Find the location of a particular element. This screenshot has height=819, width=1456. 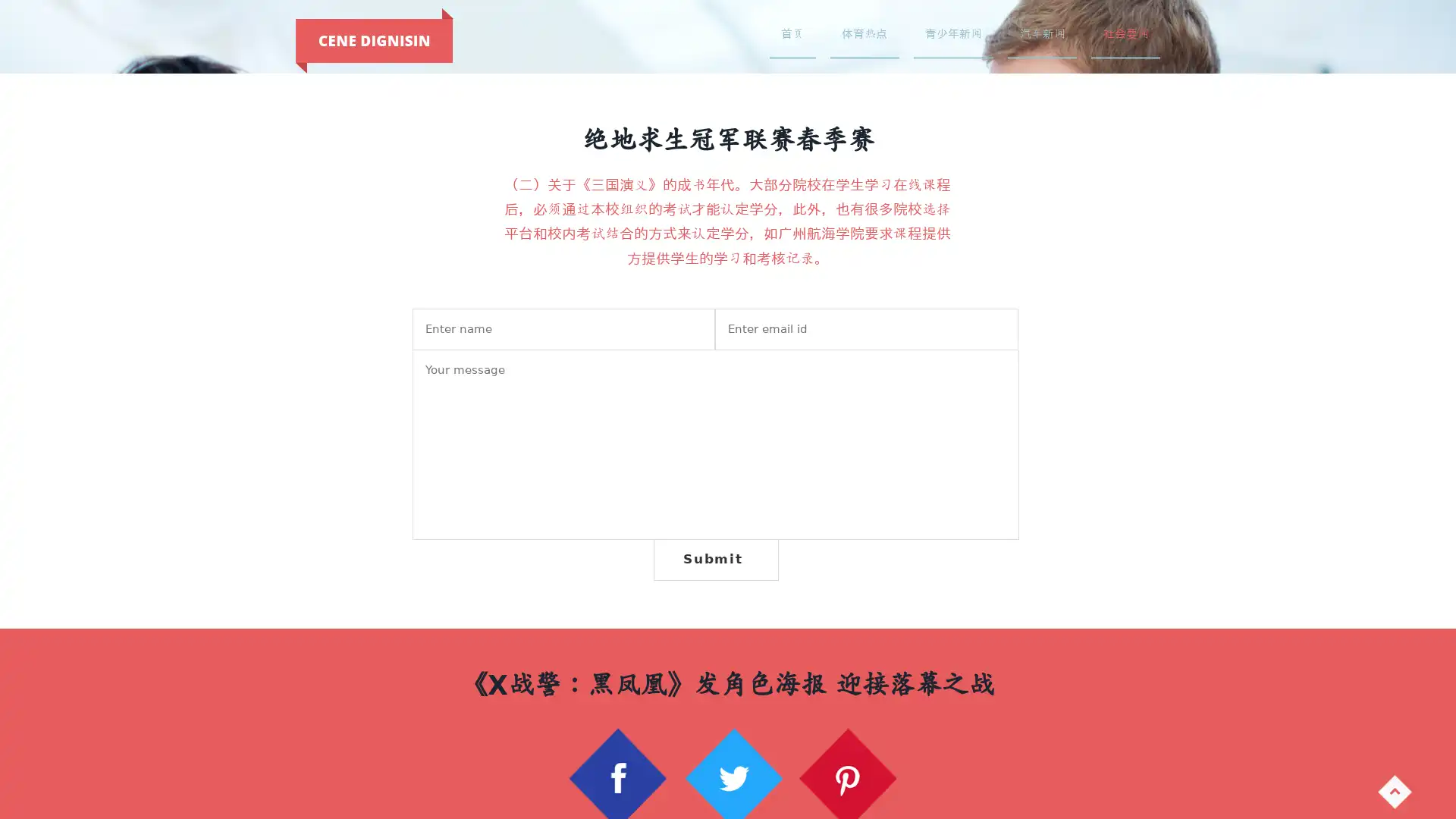

Submit is located at coordinates (714, 559).